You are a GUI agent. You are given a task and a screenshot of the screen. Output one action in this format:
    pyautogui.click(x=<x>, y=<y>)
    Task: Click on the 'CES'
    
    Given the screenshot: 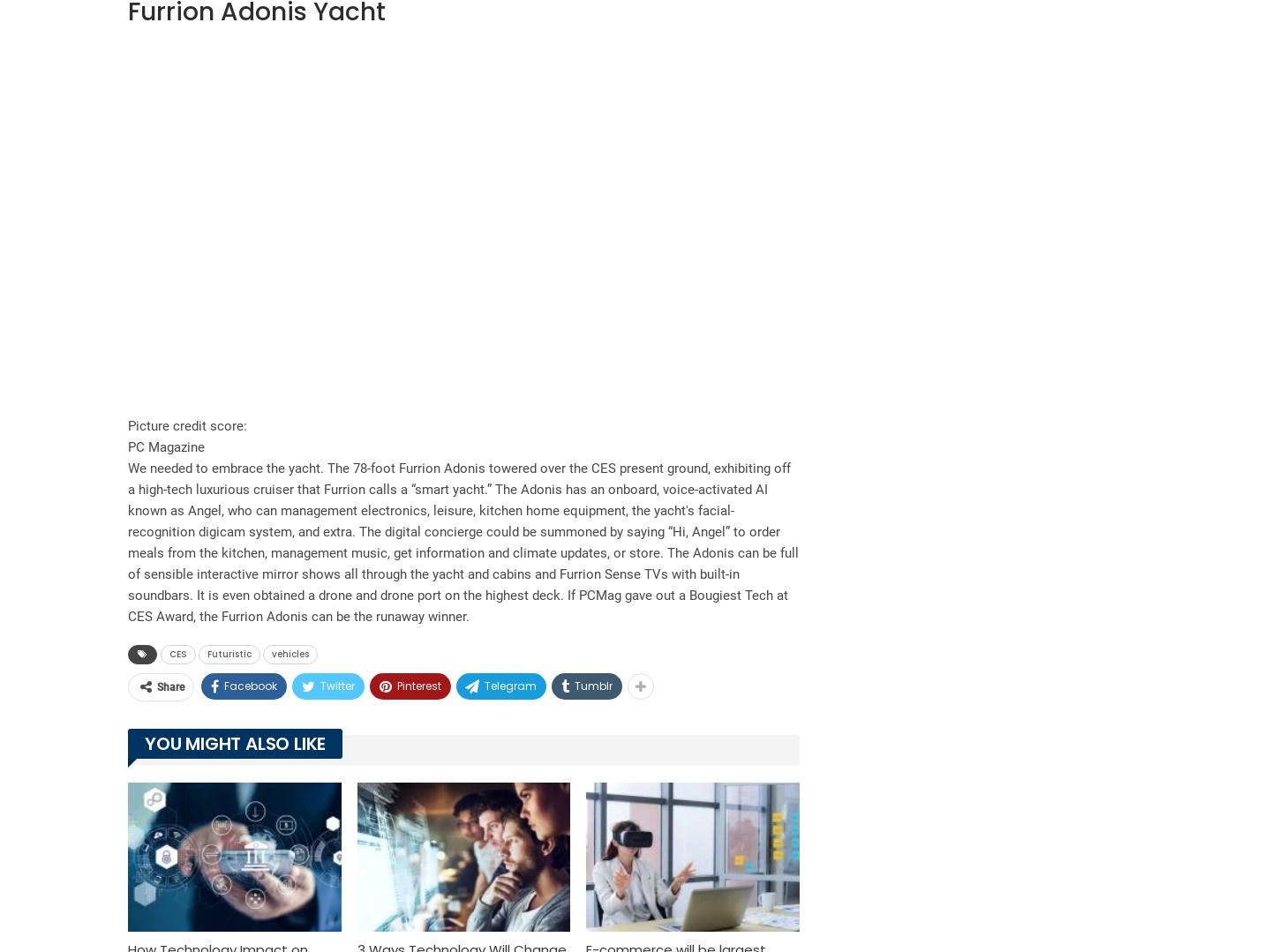 What is the action you would take?
    pyautogui.click(x=178, y=652)
    